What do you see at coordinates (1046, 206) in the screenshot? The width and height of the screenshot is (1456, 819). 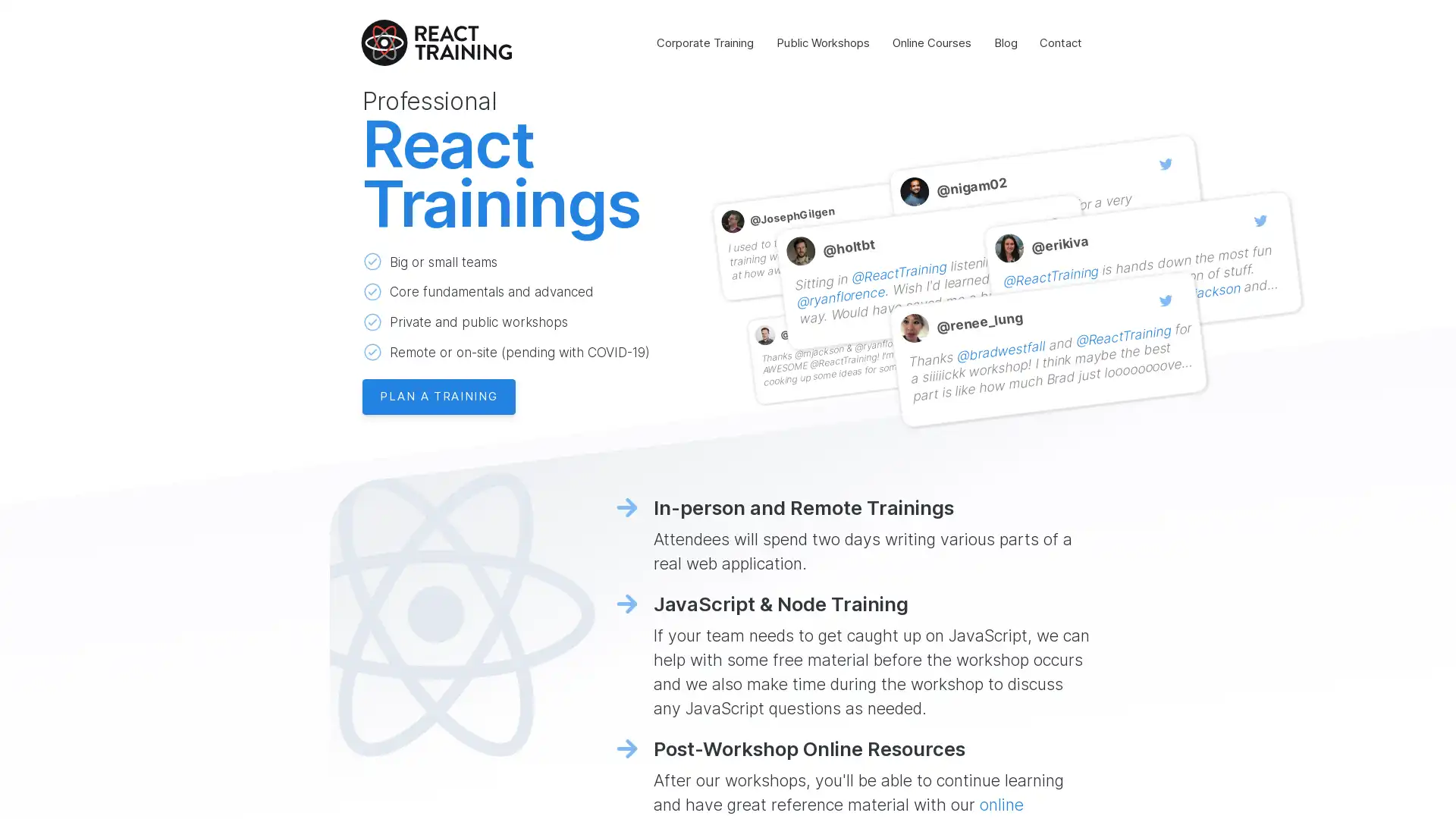 I see `Twitter Avatar for nigam02 @nigam02 @ReactTrainingThankyouforaveryinformativetrainingonReactHooks,itwasgoodonsomanypoints.YourtrainingwasinformativeandinteractivewhichgavememoreconfidencetouseReactHooksinmyfutureapplications.` at bounding box center [1046, 206].